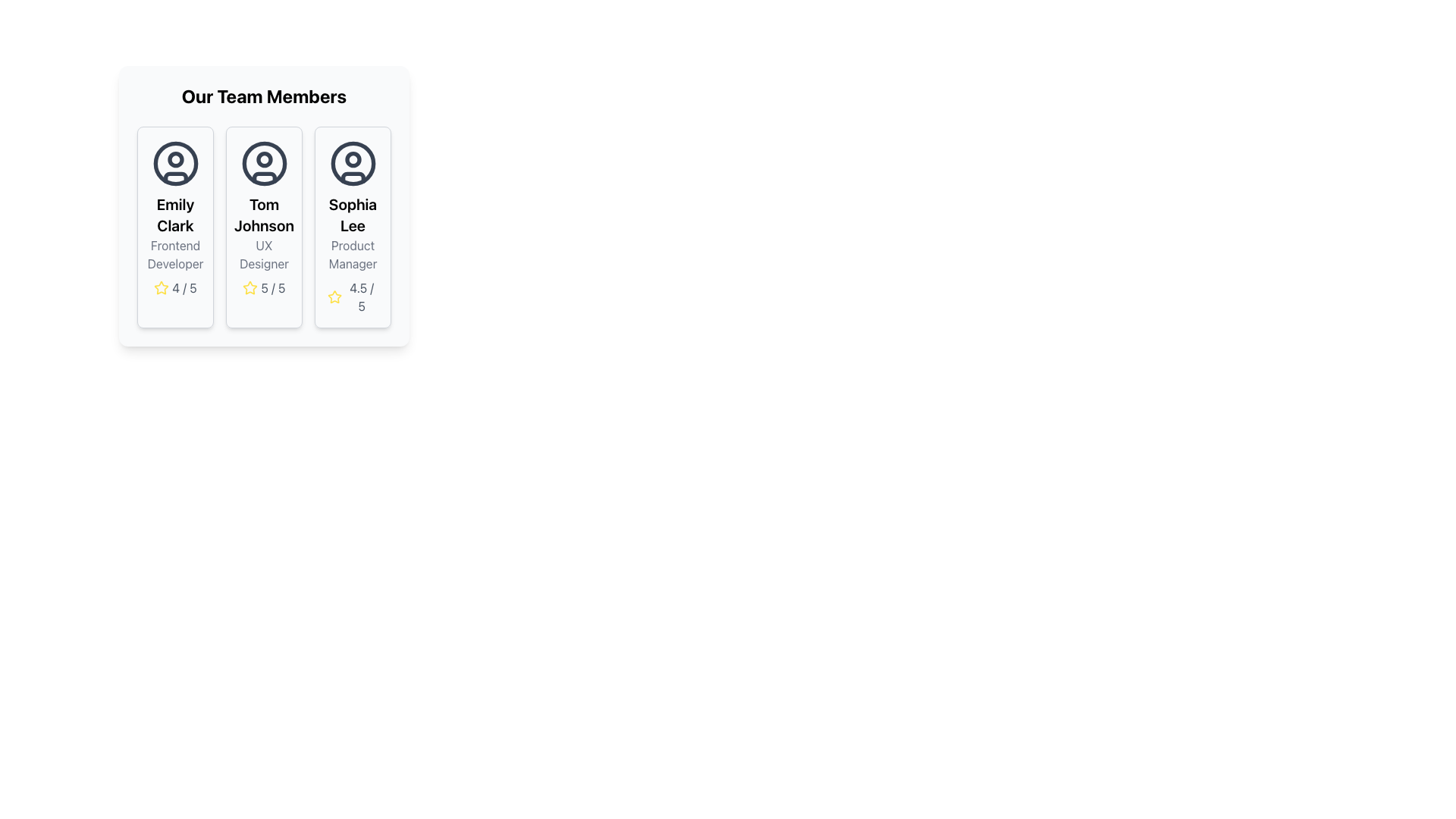 The width and height of the screenshot is (1456, 819). I want to click on the 'Emily Clark' text label, which is styled in bold and larger font, centrally aligned beneath the user profile icon and above the designation 'Frontend Developer', so click(175, 215).